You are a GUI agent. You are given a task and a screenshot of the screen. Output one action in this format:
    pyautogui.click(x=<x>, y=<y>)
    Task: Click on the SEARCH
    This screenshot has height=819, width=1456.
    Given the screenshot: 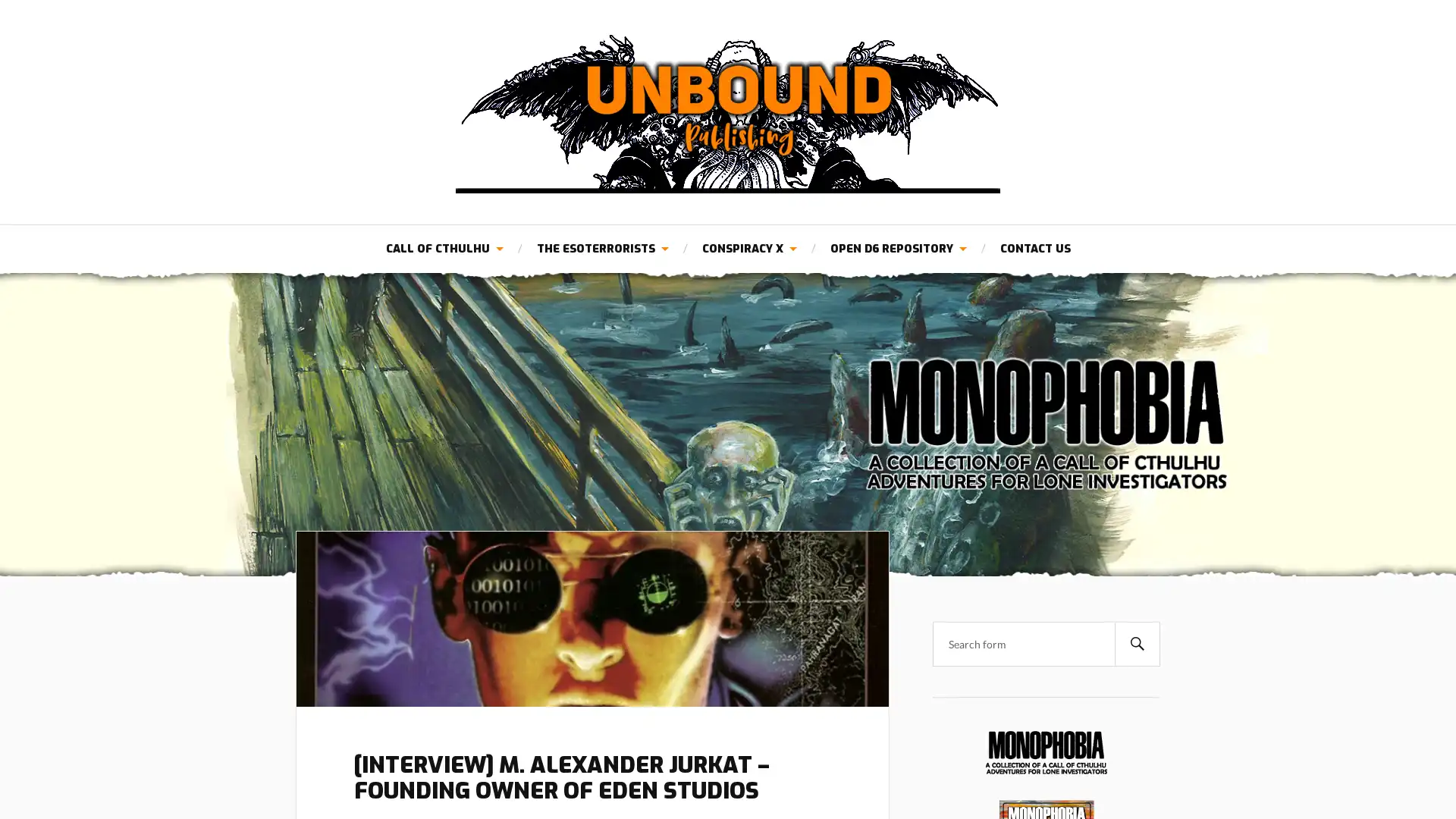 What is the action you would take?
    pyautogui.click(x=1137, y=643)
    